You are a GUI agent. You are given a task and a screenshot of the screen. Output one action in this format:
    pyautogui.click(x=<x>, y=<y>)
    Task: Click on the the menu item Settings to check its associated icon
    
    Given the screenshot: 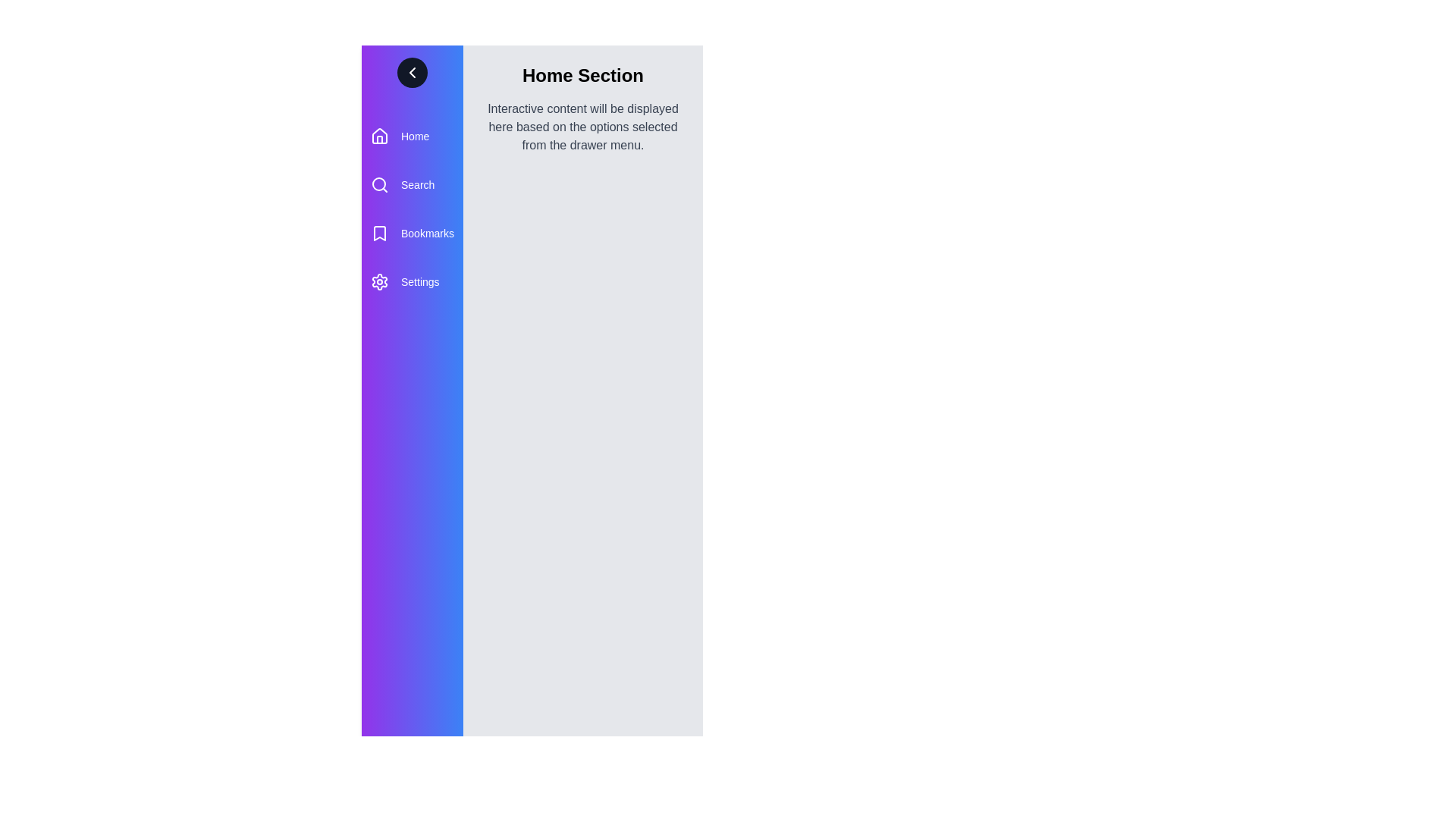 What is the action you would take?
    pyautogui.click(x=379, y=281)
    